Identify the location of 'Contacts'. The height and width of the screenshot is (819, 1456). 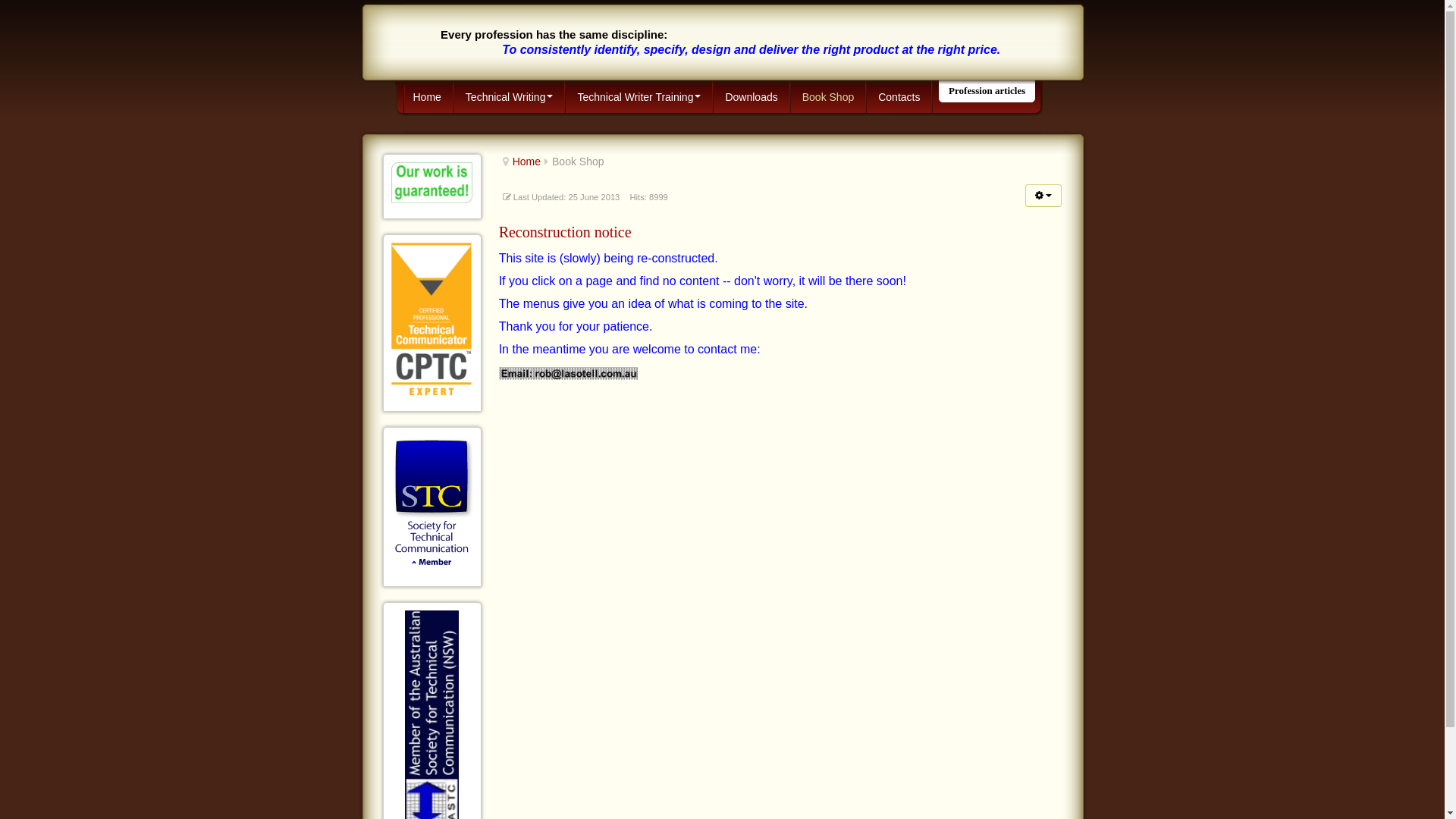
(899, 96).